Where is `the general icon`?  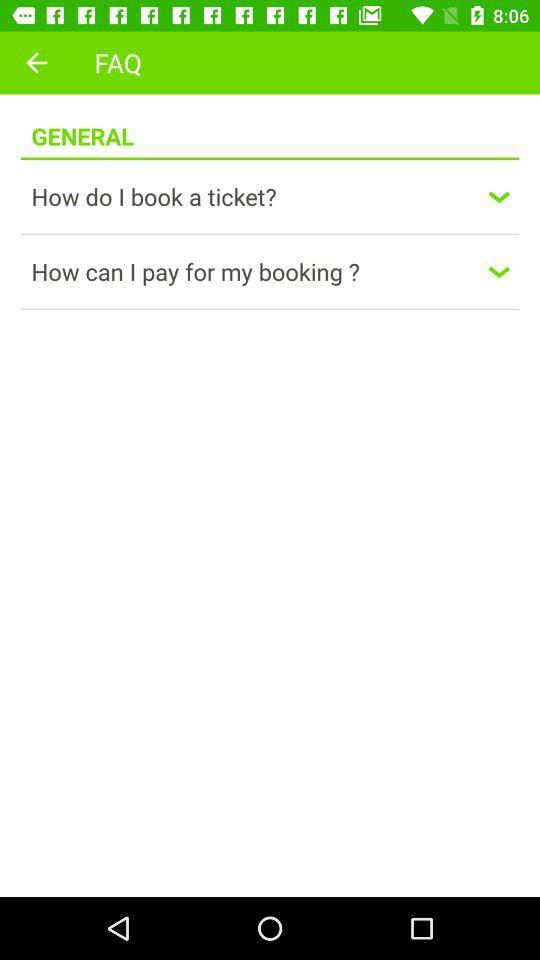 the general icon is located at coordinates (81, 125).